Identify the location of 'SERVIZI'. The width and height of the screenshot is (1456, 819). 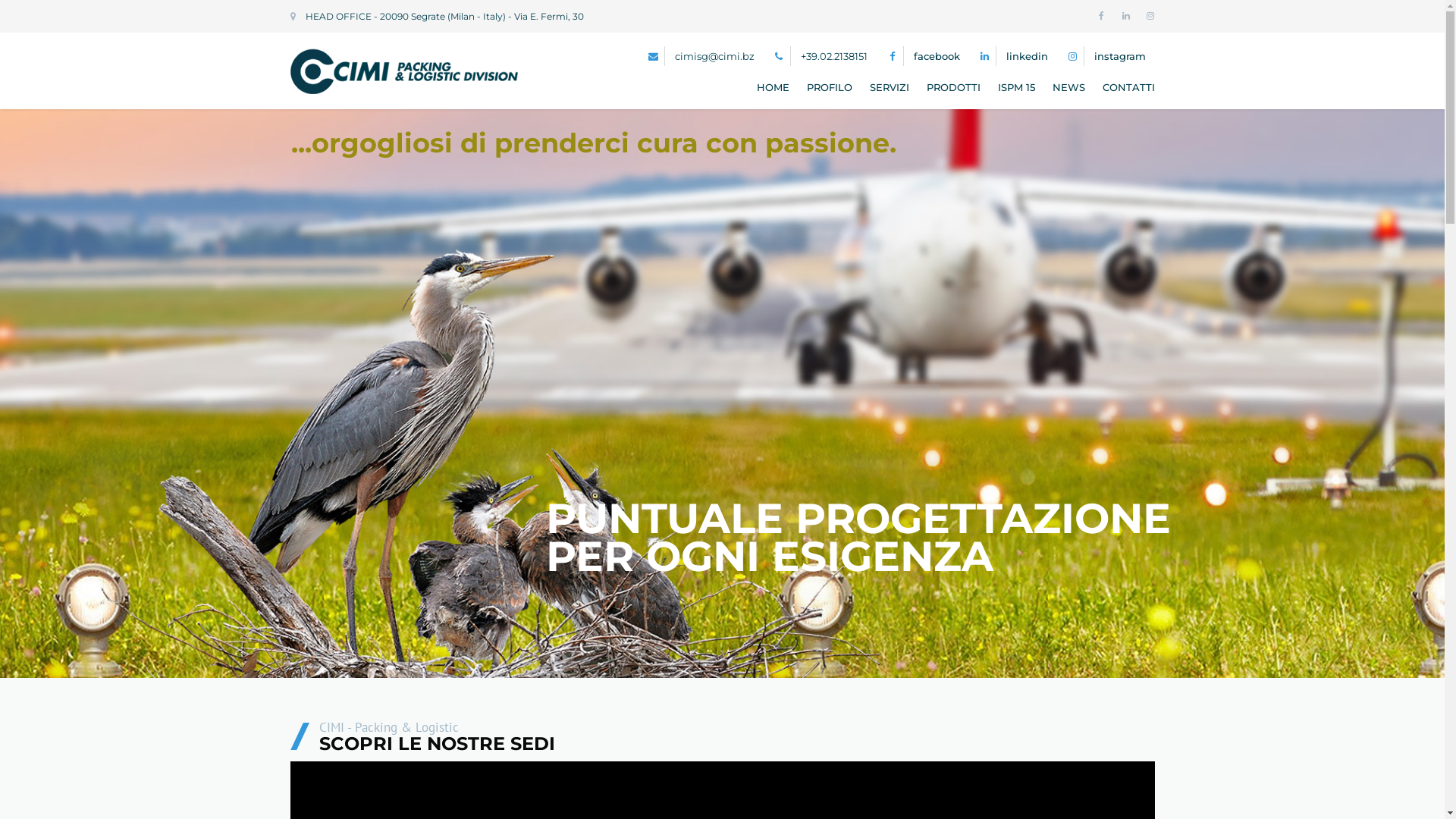
(888, 87).